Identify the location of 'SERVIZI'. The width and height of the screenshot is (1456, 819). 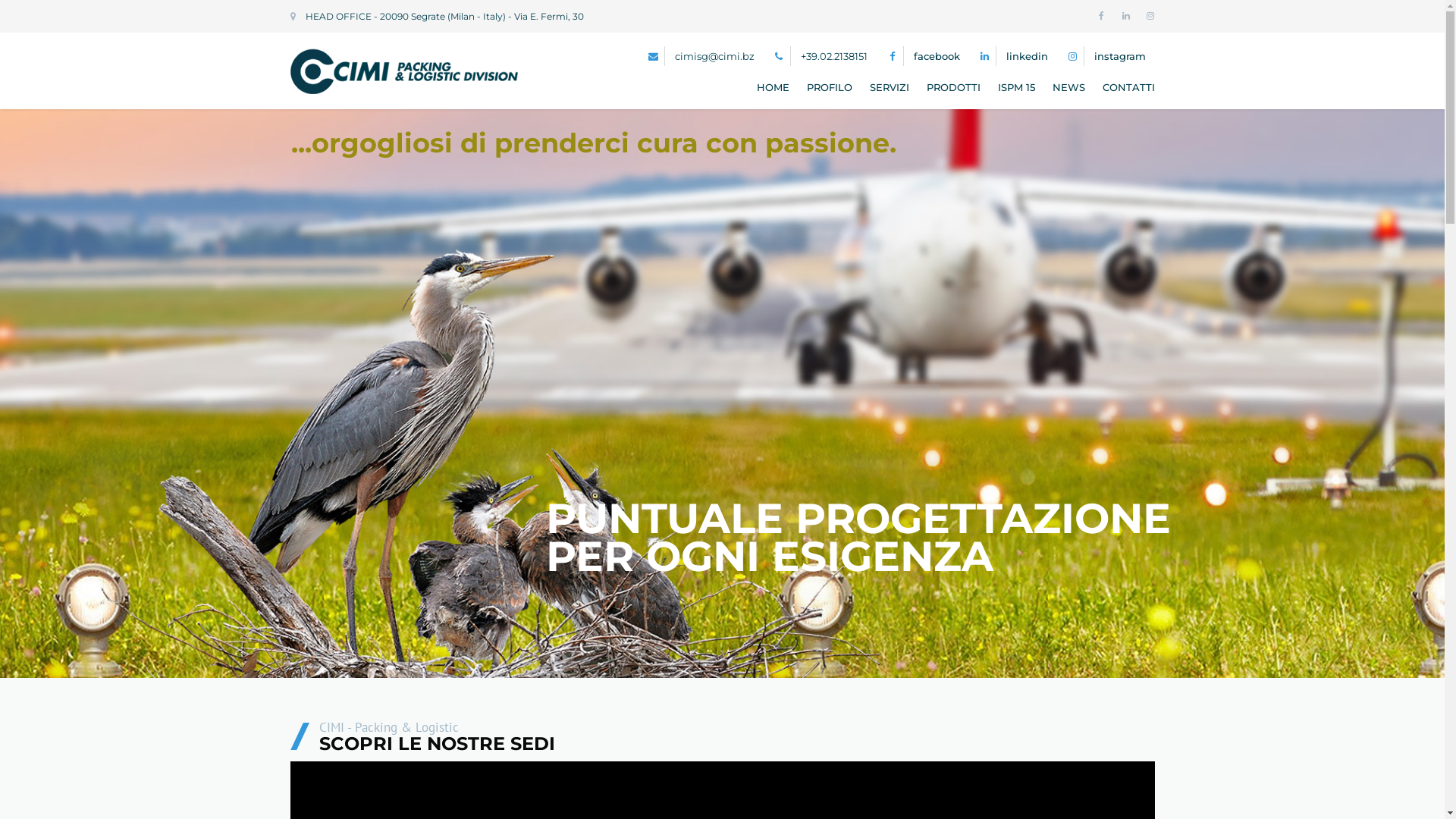
(888, 87).